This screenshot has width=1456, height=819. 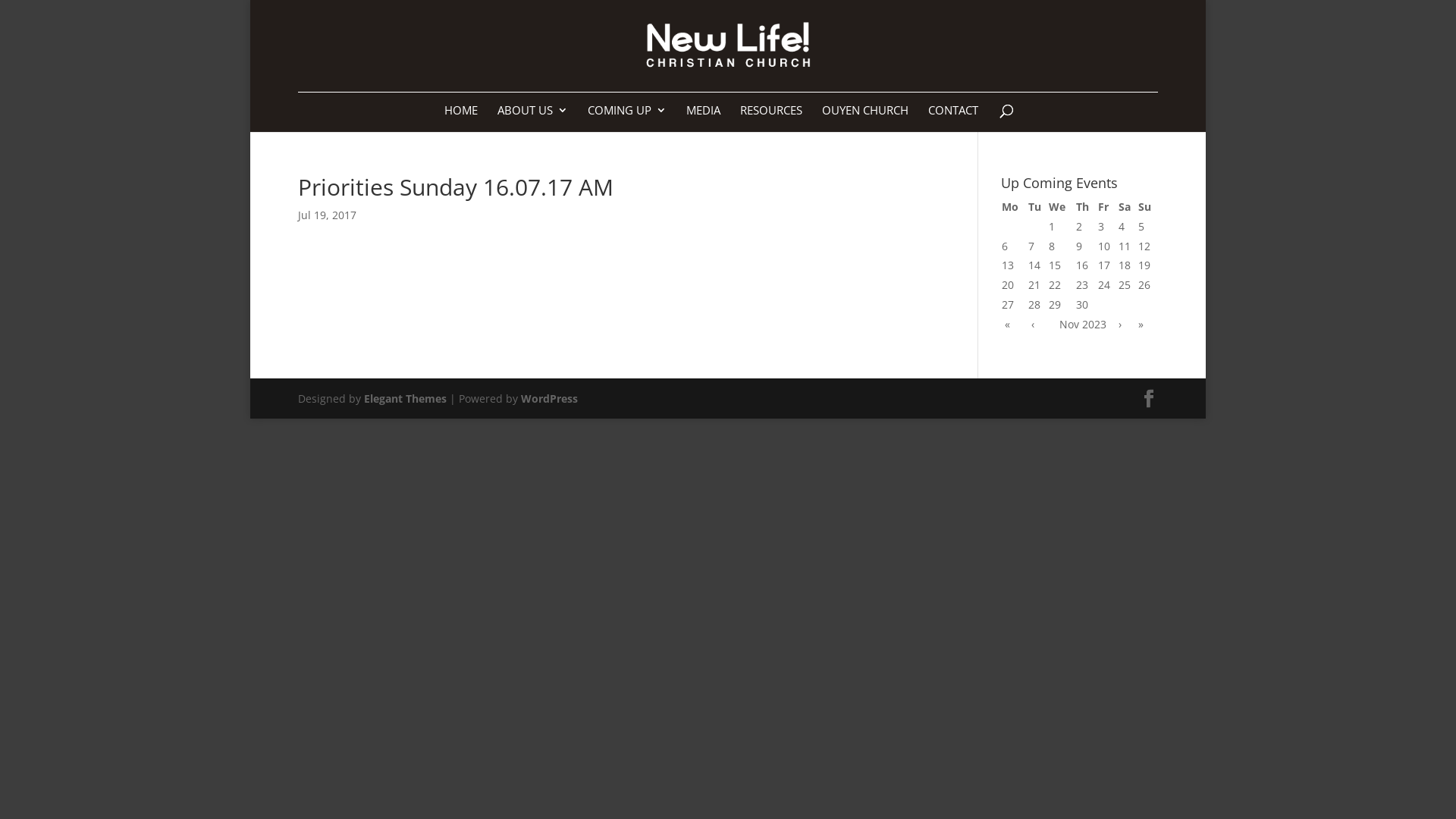 I want to click on 'ABOUT US', so click(x=532, y=117).